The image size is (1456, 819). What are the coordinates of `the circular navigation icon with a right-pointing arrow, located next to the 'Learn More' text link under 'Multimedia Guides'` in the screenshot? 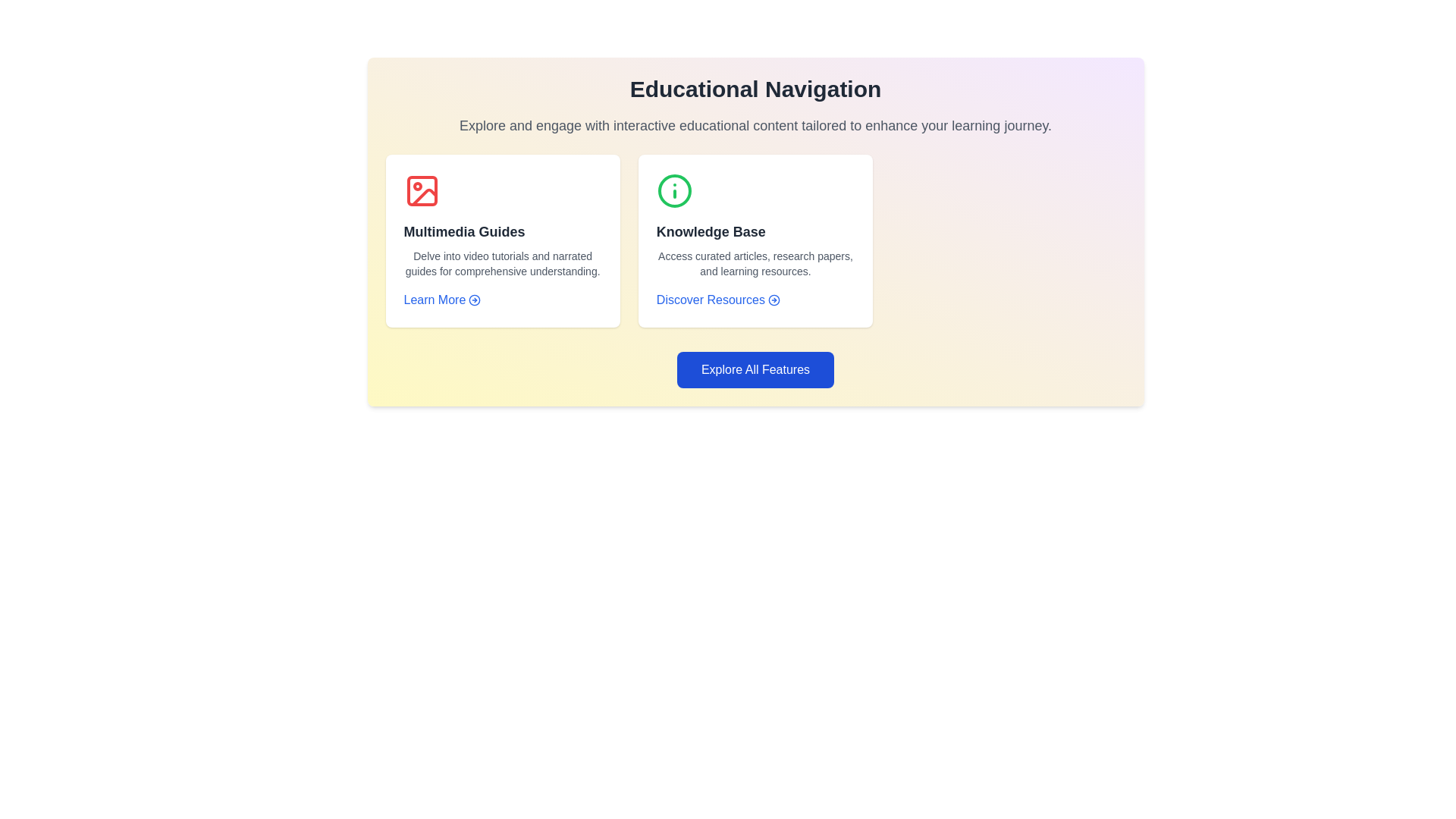 It's located at (474, 300).